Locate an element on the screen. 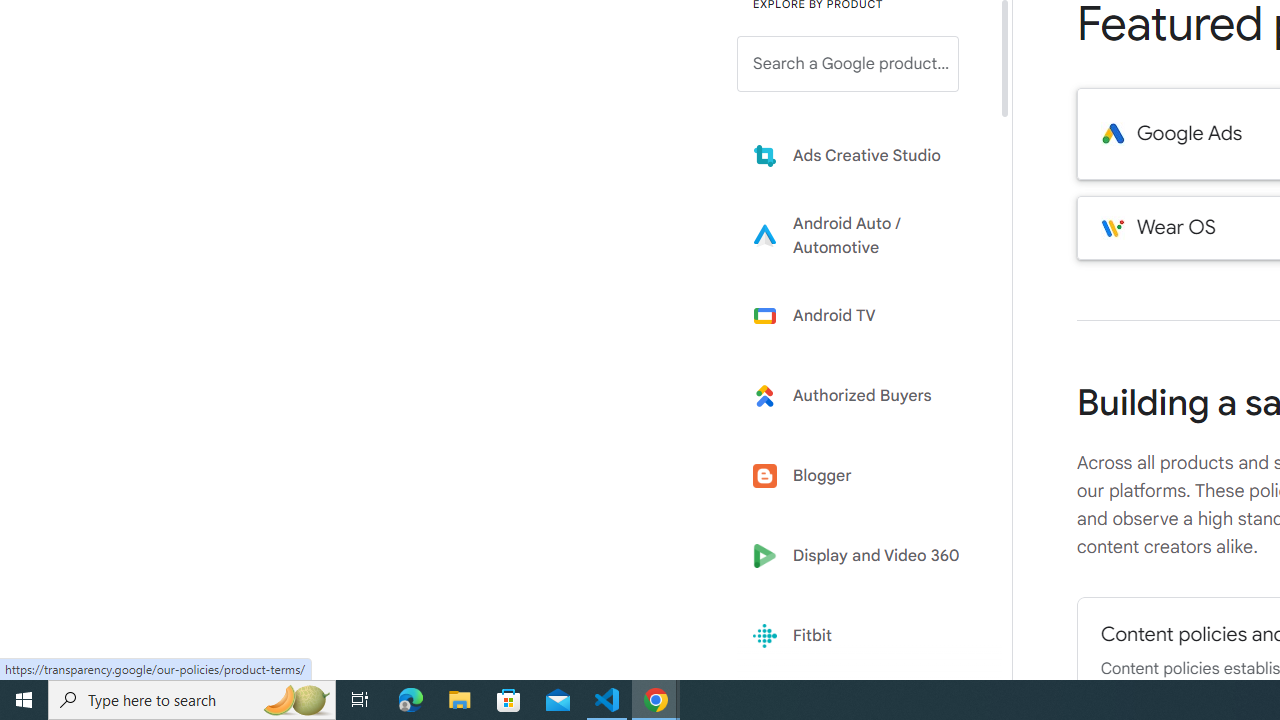 This screenshot has height=720, width=1280. 'Learn more about Ads Creative Studio' is located at coordinates (862, 154).